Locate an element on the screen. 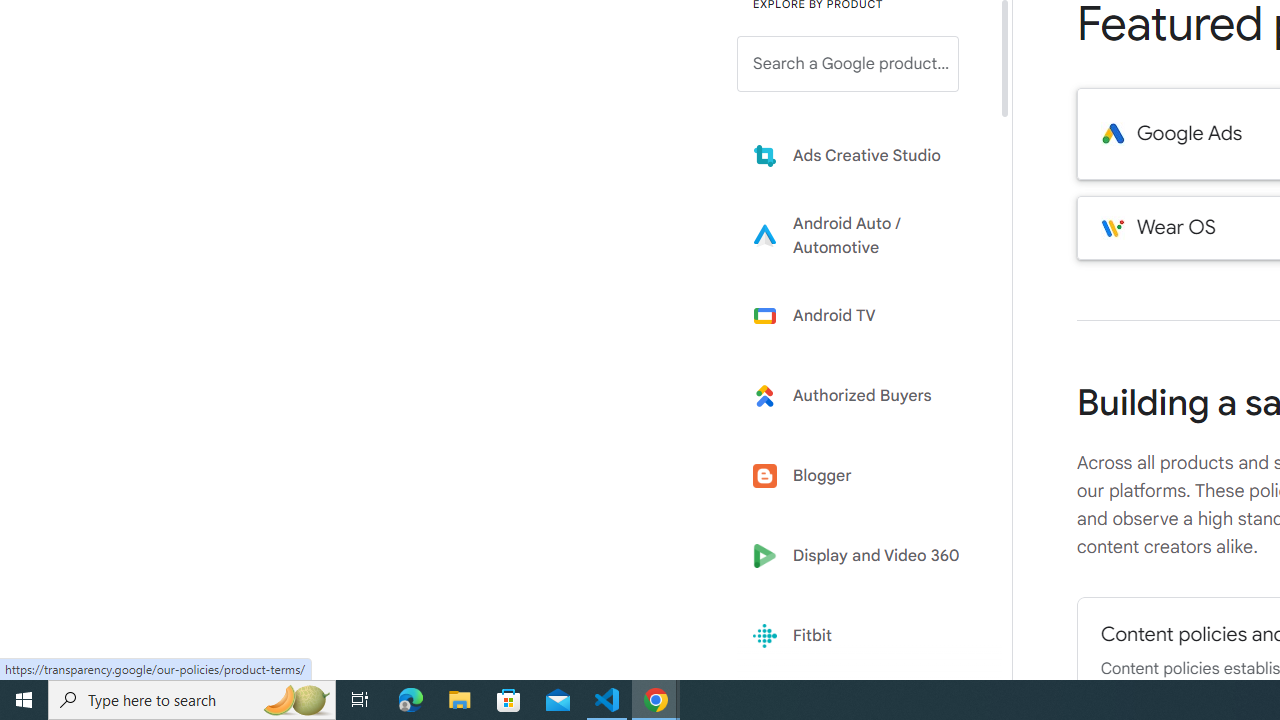 This screenshot has height=720, width=1280. 'Learn more about Ads Creative Studio' is located at coordinates (862, 154).